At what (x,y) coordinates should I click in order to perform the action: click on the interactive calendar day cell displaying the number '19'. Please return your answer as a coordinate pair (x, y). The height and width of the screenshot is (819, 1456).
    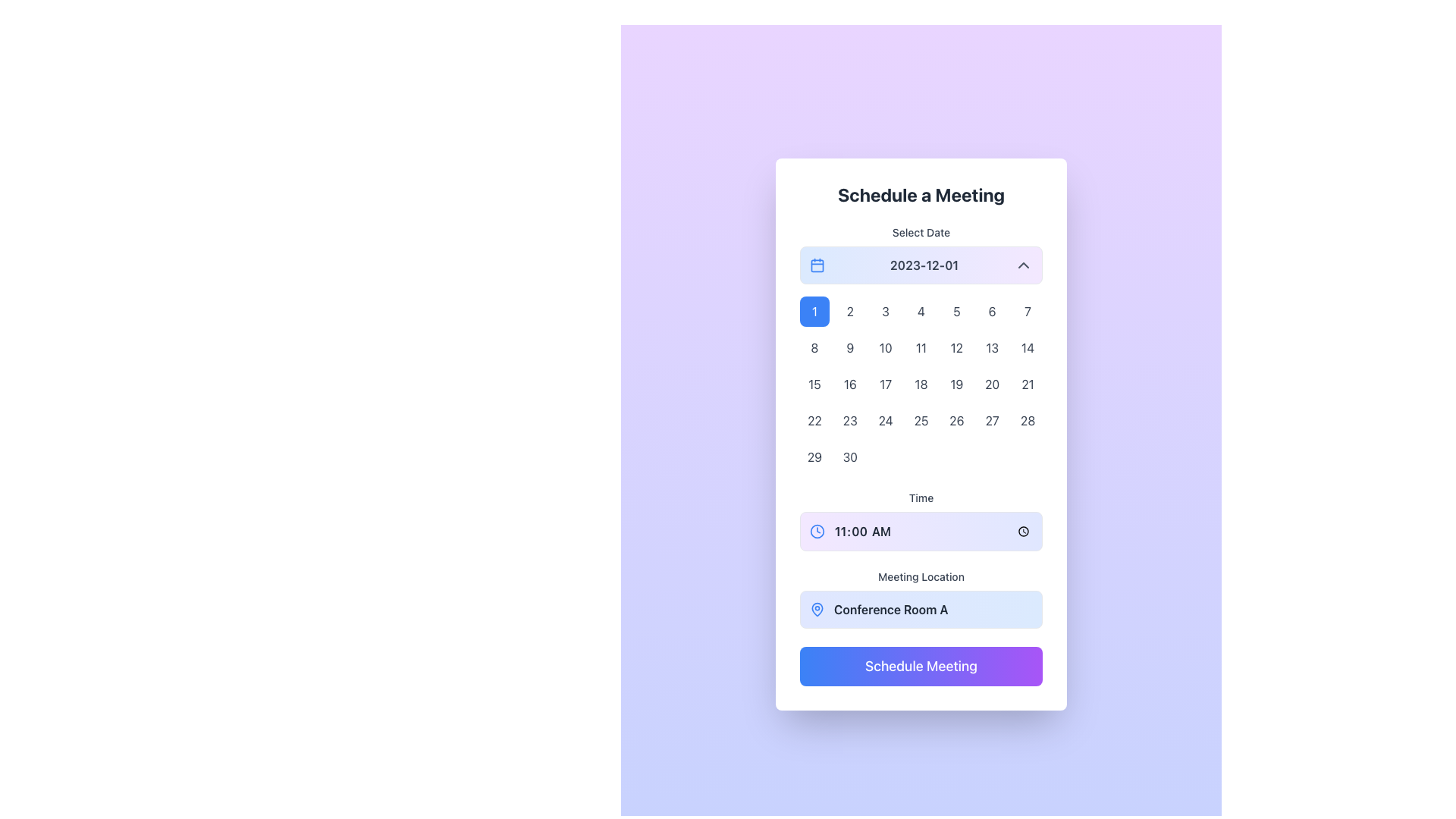
    Looking at the image, I should click on (955, 383).